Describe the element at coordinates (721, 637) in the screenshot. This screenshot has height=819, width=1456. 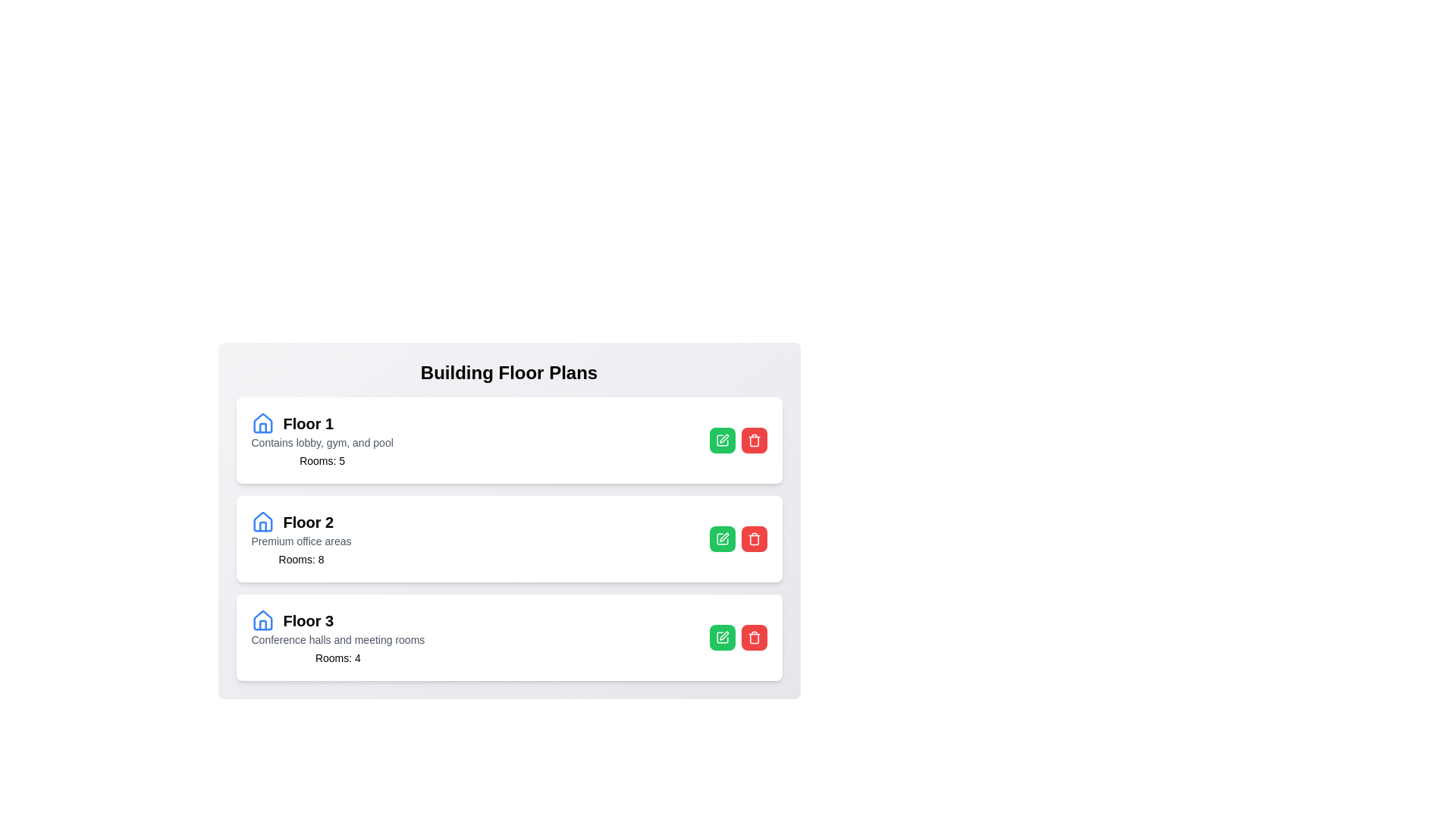
I see `the edit button for Floor 3` at that location.